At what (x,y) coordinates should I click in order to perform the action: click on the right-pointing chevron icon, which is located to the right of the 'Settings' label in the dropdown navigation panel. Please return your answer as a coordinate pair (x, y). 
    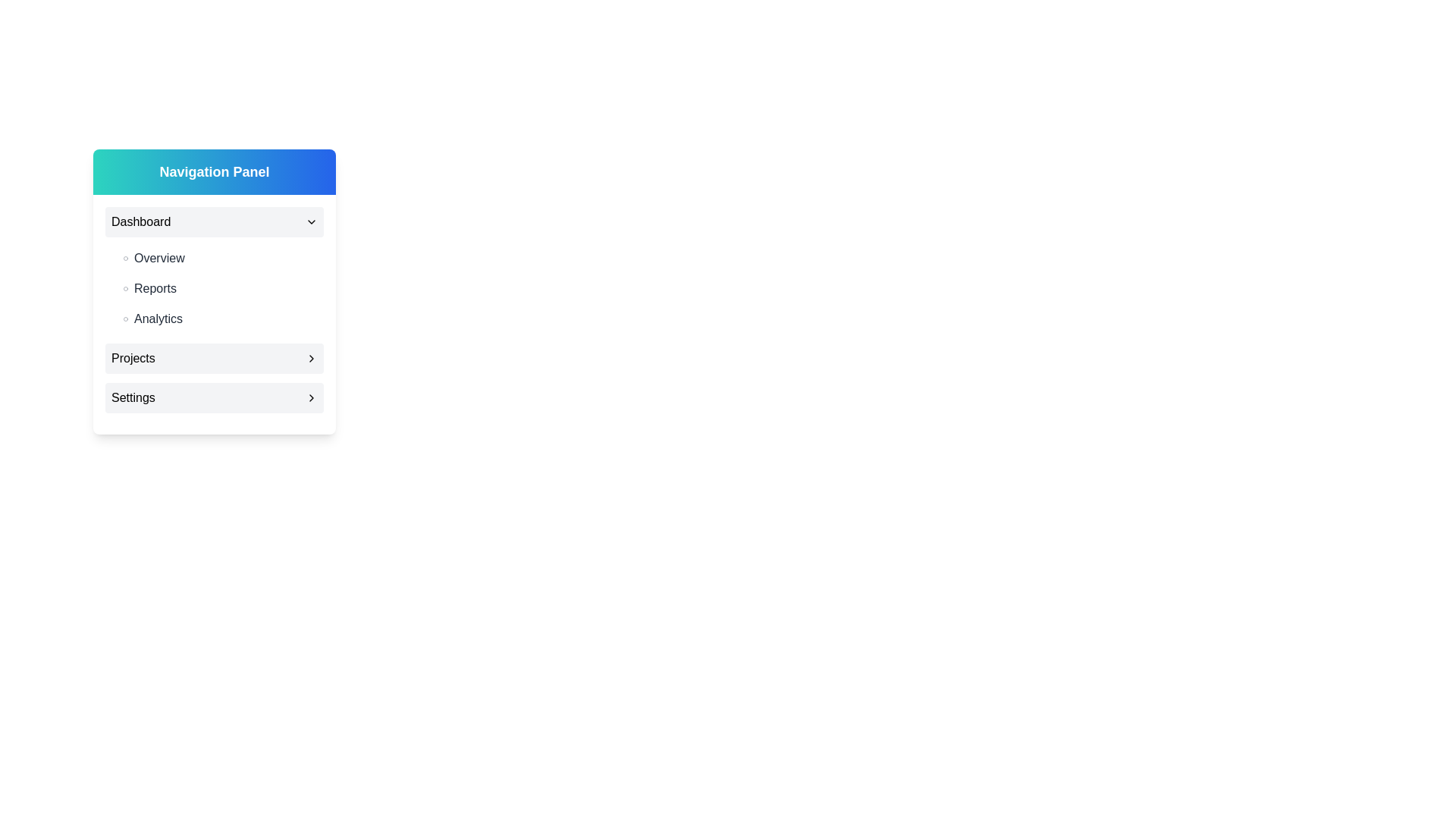
    Looking at the image, I should click on (311, 397).